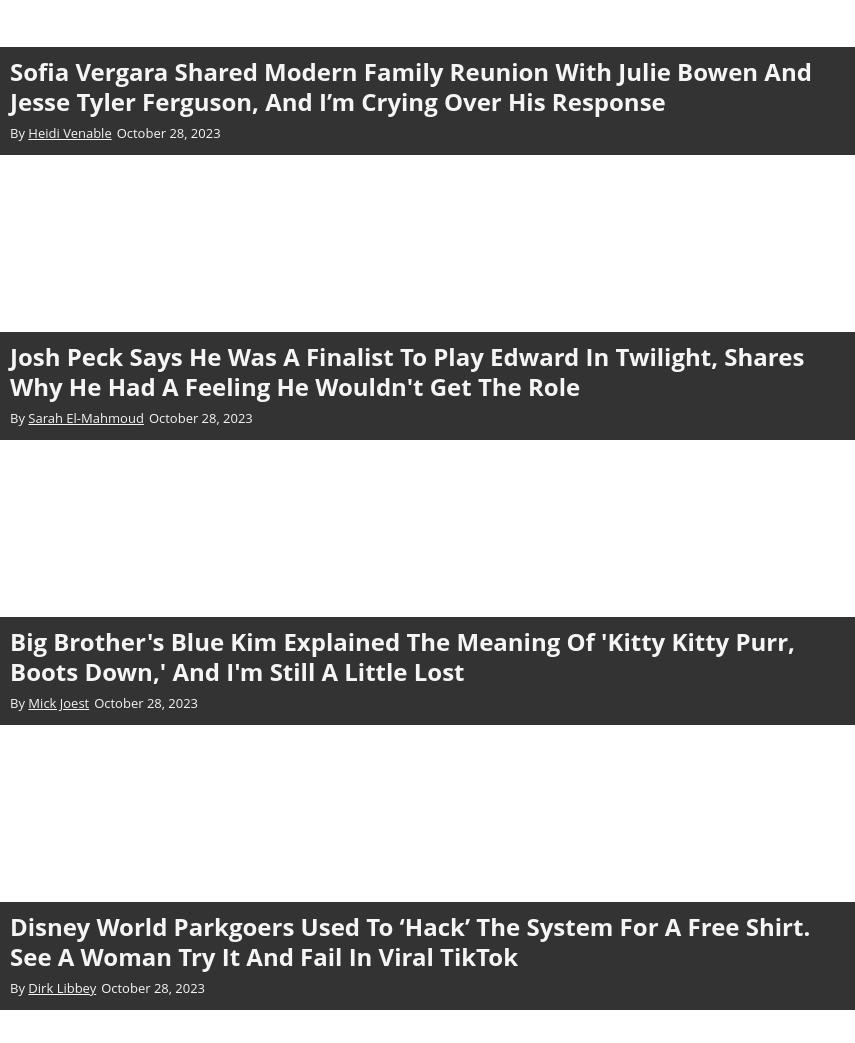 The width and height of the screenshot is (855, 1043). What do you see at coordinates (406, 370) in the screenshot?
I see `'Josh Peck Says He Was A Finalist To Play Edward In Twilight, Shares Why He Had A Feeling He Wouldn't Get The Role'` at bounding box center [406, 370].